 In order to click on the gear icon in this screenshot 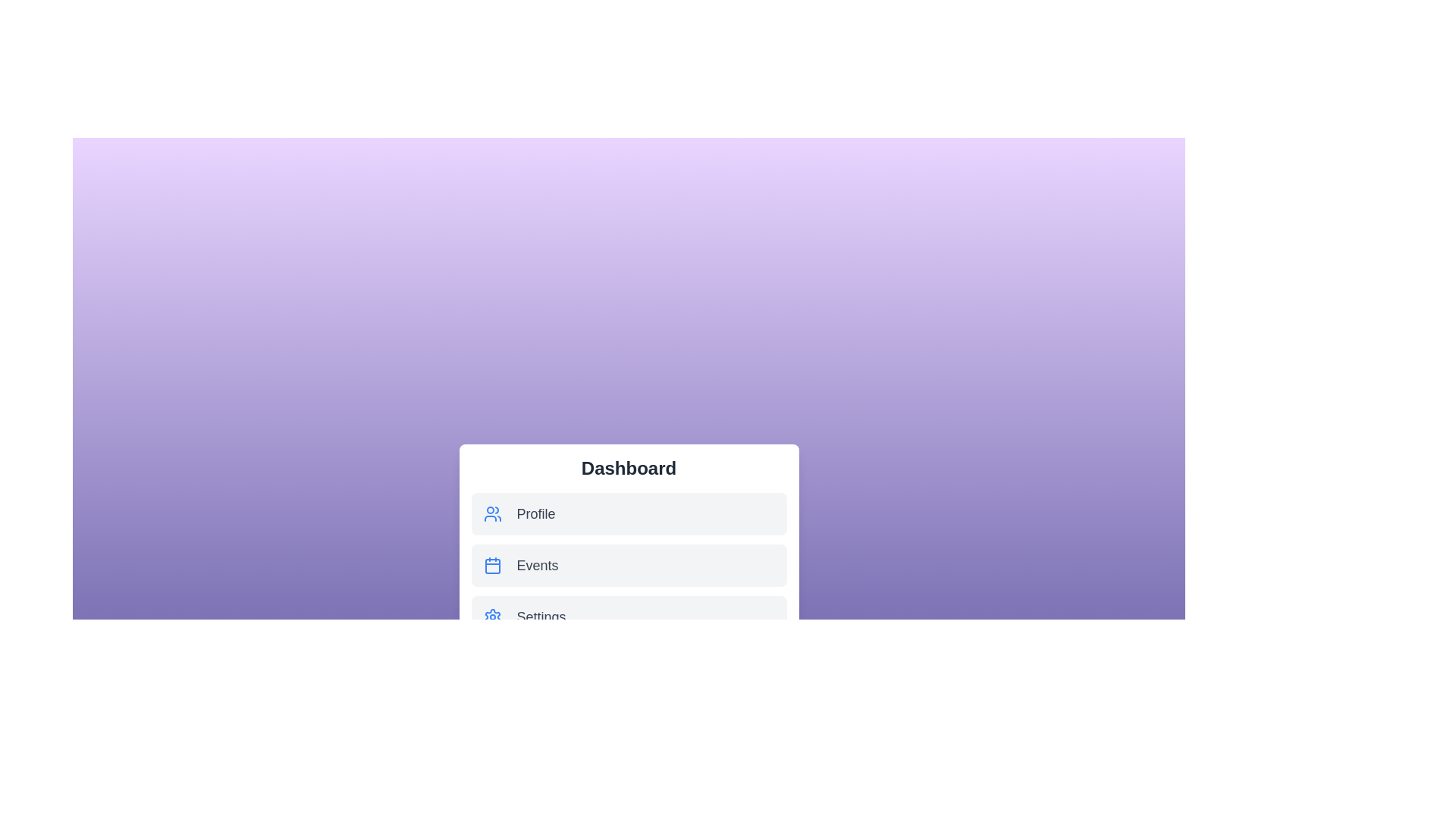, I will do `click(492, 617)`.